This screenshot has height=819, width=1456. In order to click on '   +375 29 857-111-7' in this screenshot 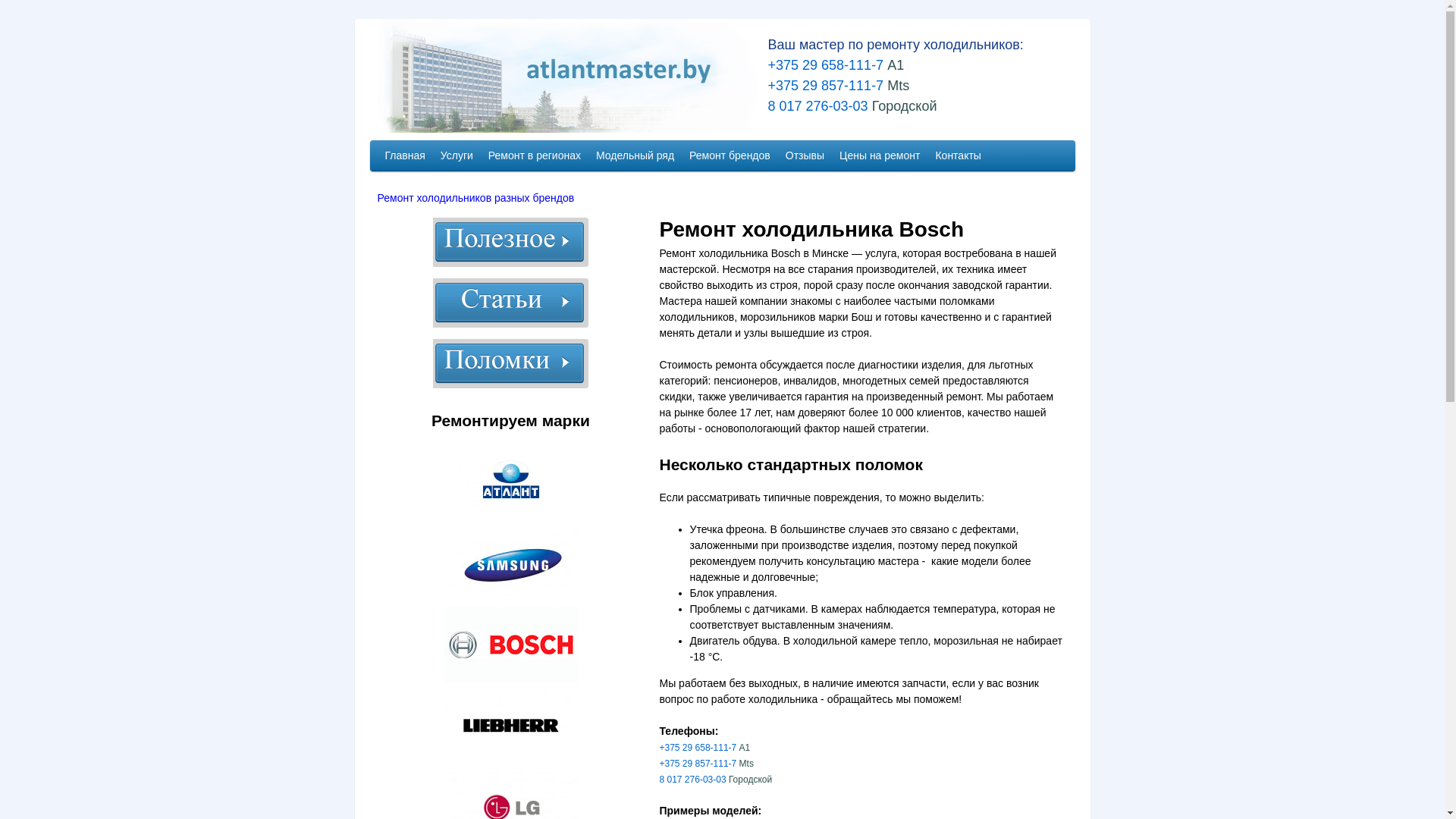, I will do `click(819, 85)`.